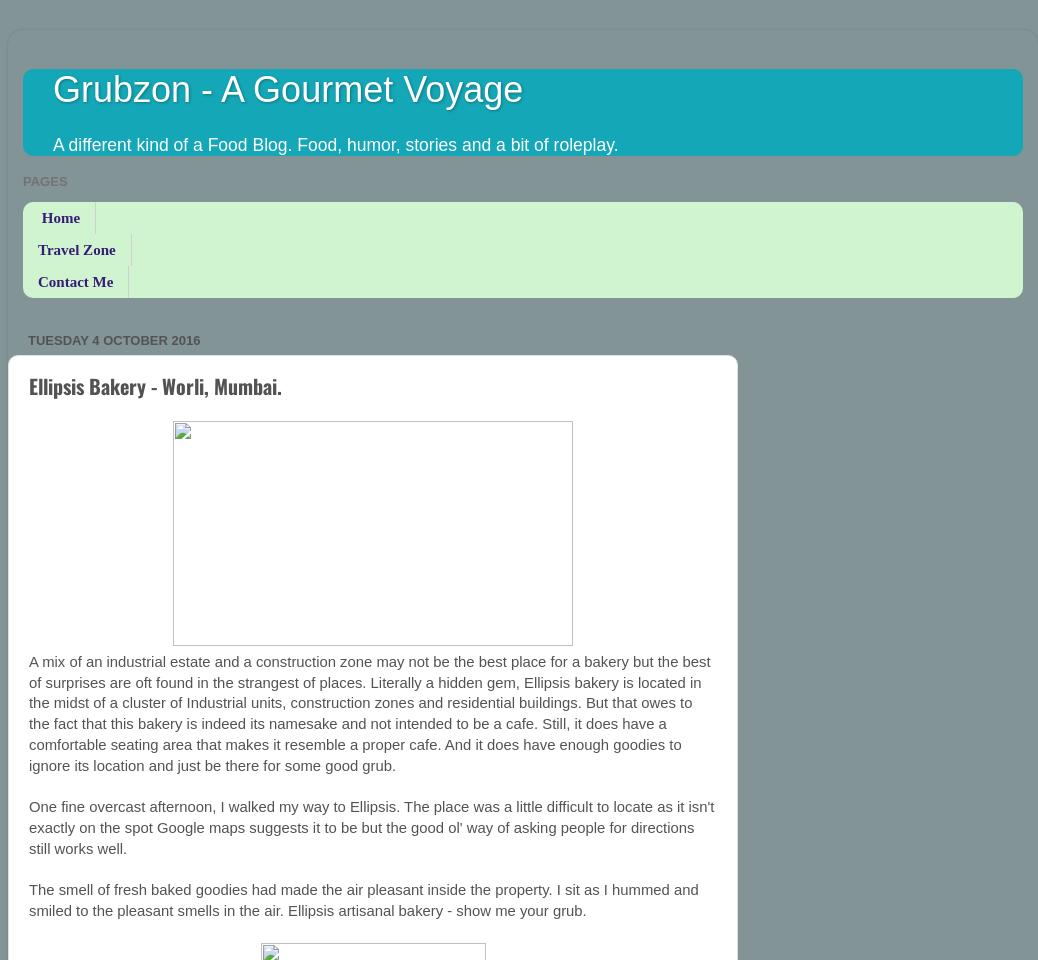 The width and height of the screenshot is (1038, 960). I want to click on 'Travel Zone', so click(75, 248).